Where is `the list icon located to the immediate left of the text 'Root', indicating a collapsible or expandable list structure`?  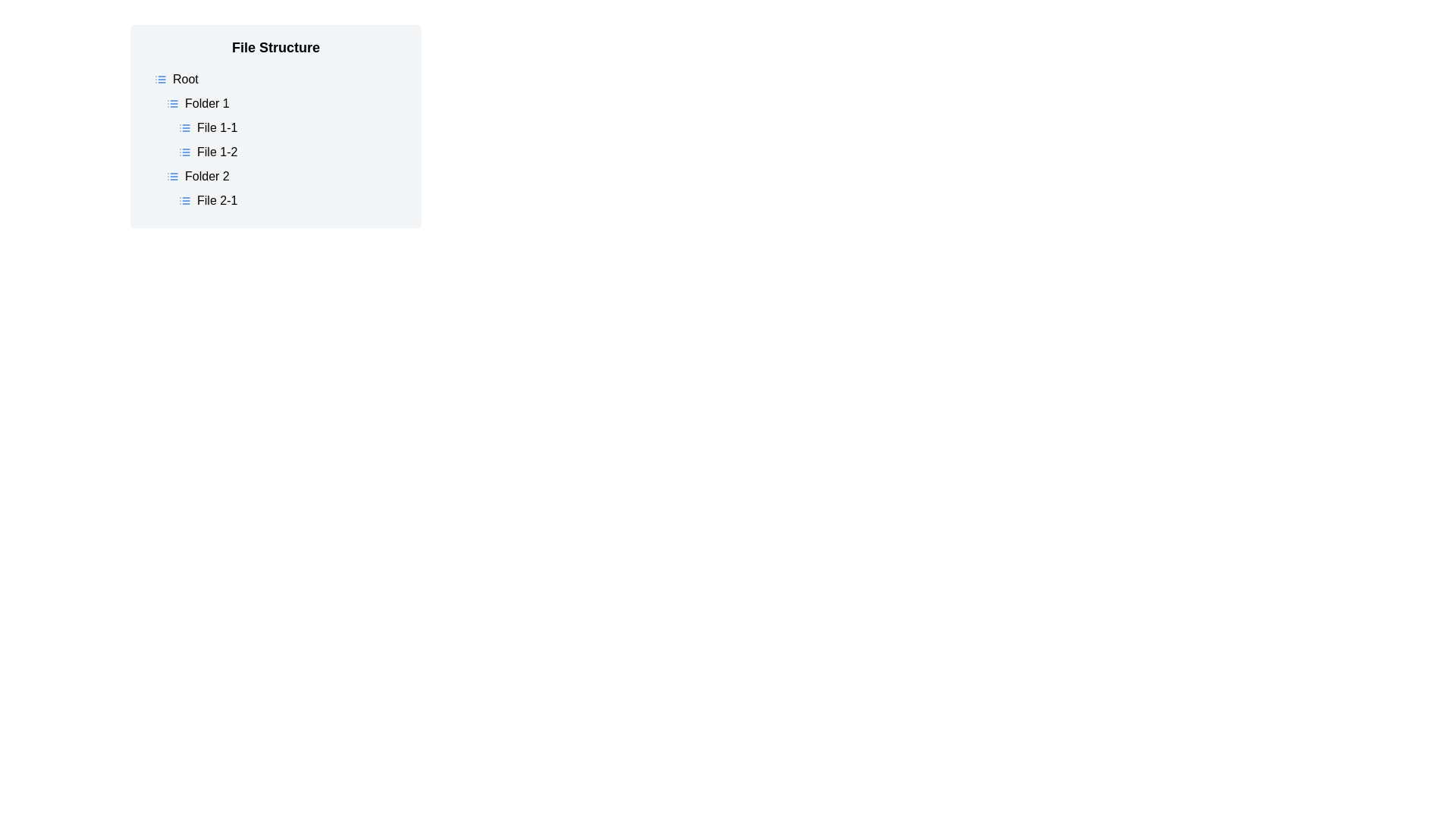
the list icon located to the immediate left of the text 'Root', indicating a collapsible or expandable list structure is located at coordinates (160, 79).